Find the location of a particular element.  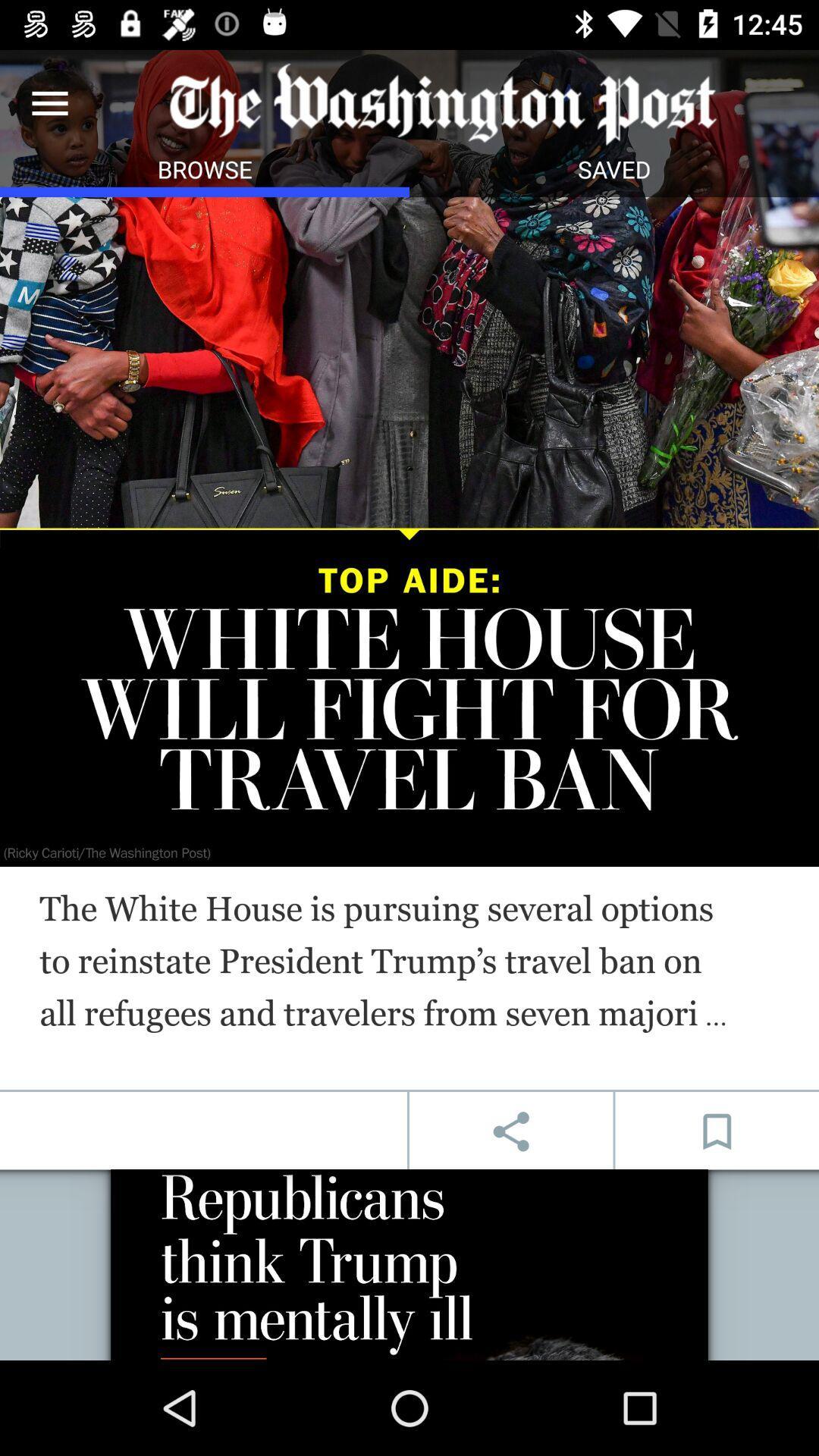

the share icon is located at coordinates (511, 1131).